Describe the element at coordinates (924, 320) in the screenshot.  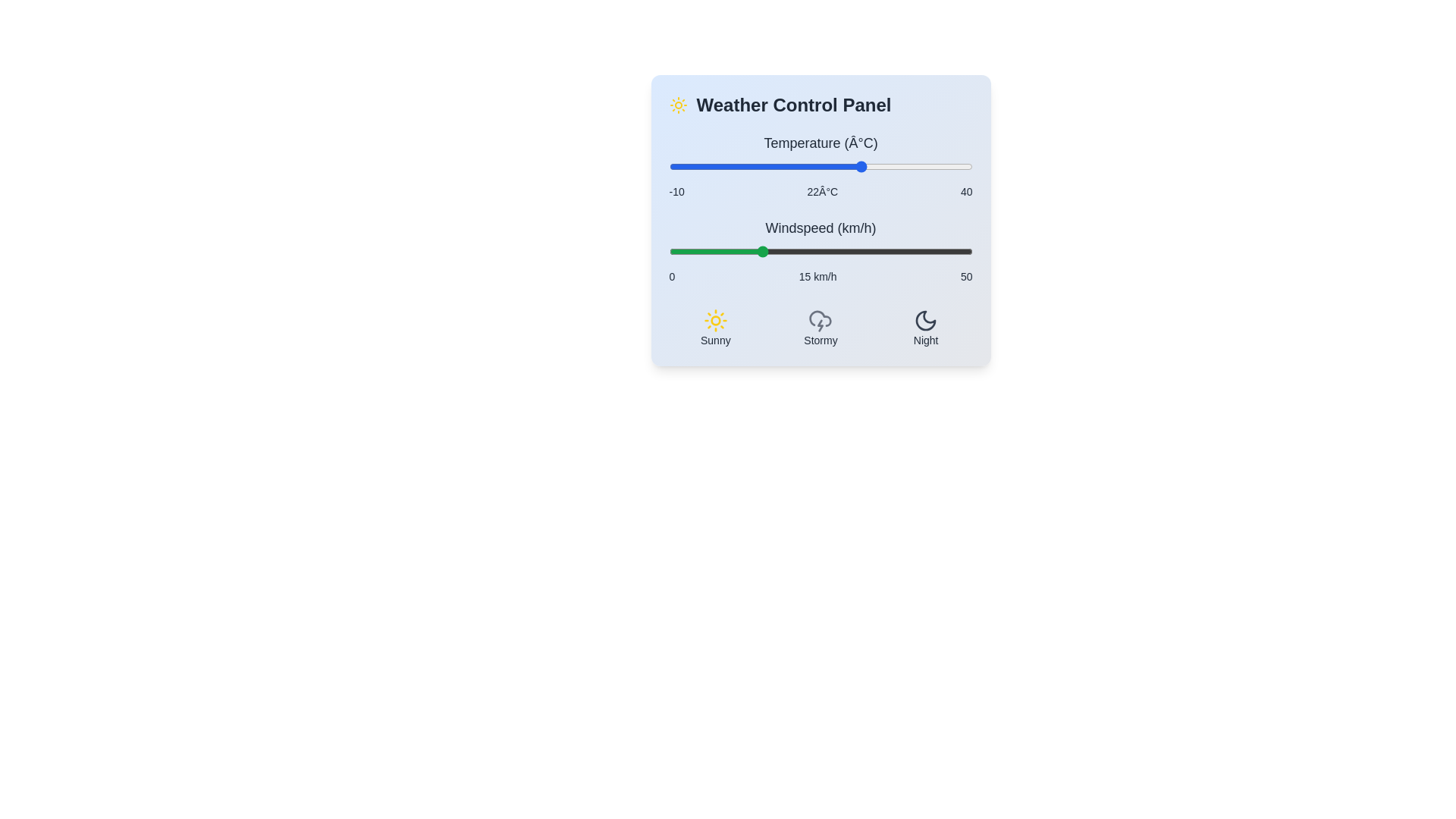
I see `the 'Night' mode icon` at that location.